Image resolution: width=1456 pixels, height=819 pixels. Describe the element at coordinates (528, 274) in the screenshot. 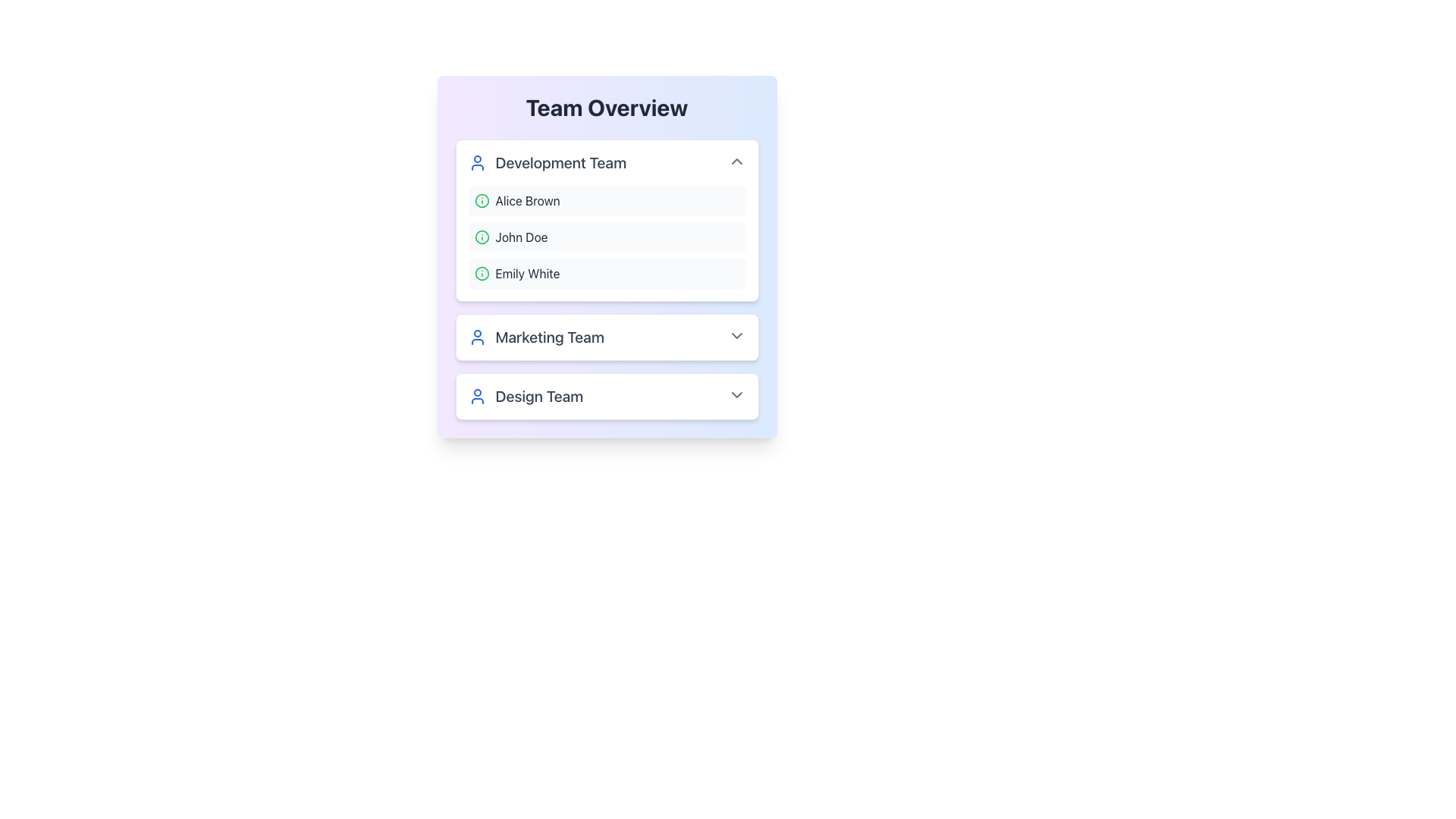

I see `the non-interactive display element showing the name 'Emily White' in the 'Development Team' section of the 'Team Overview' interface` at that location.